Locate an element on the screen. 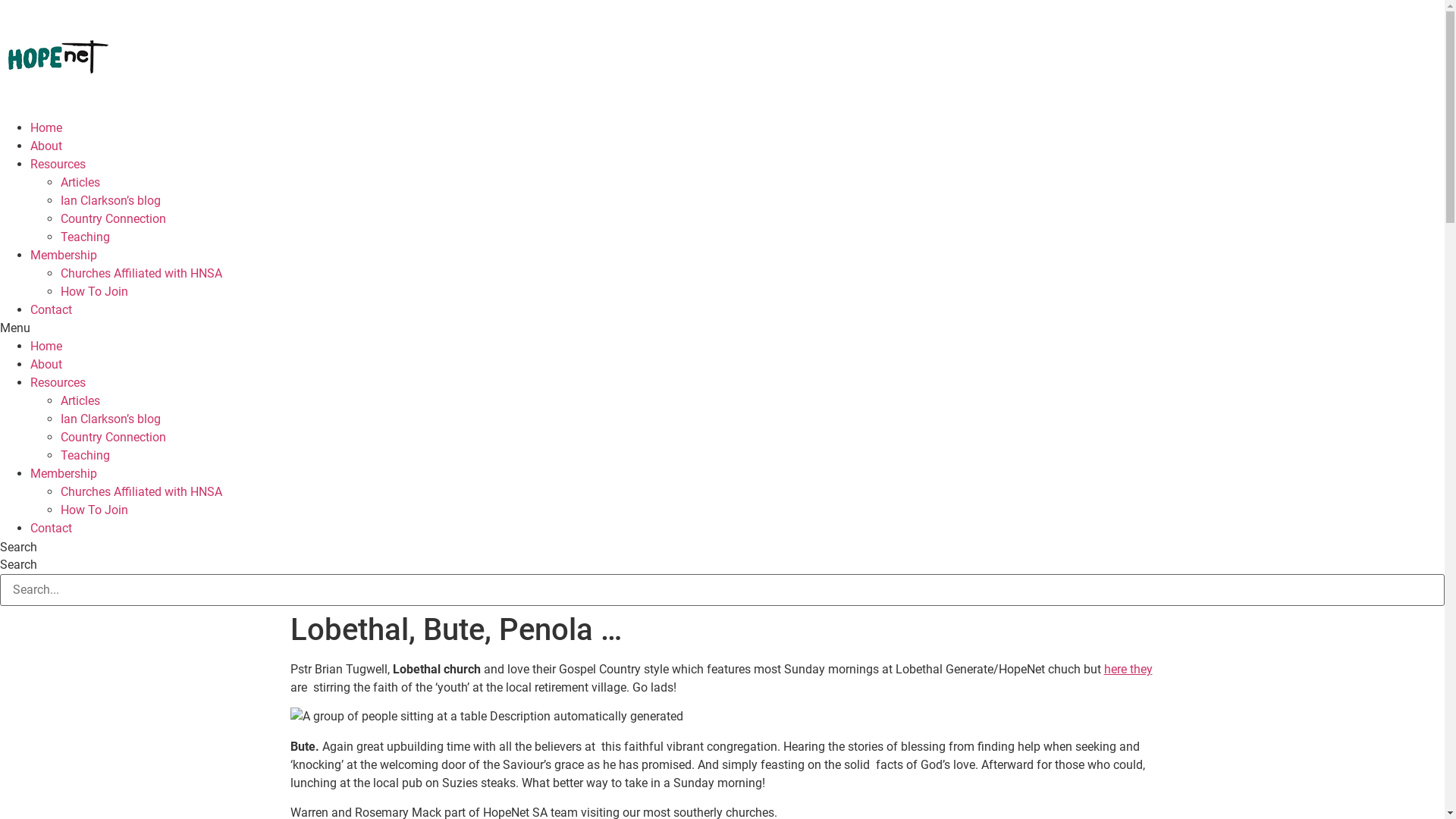  'Churches Affiliated with HNSA' is located at coordinates (141, 273).